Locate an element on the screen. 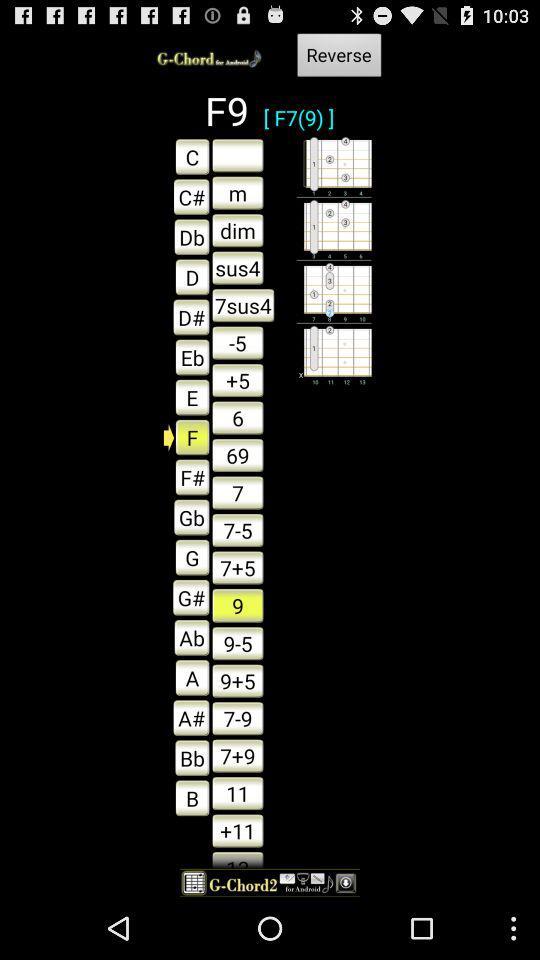 The width and height of the screenshot is (540, 960). adjust note is located at coordinates (237, 154).